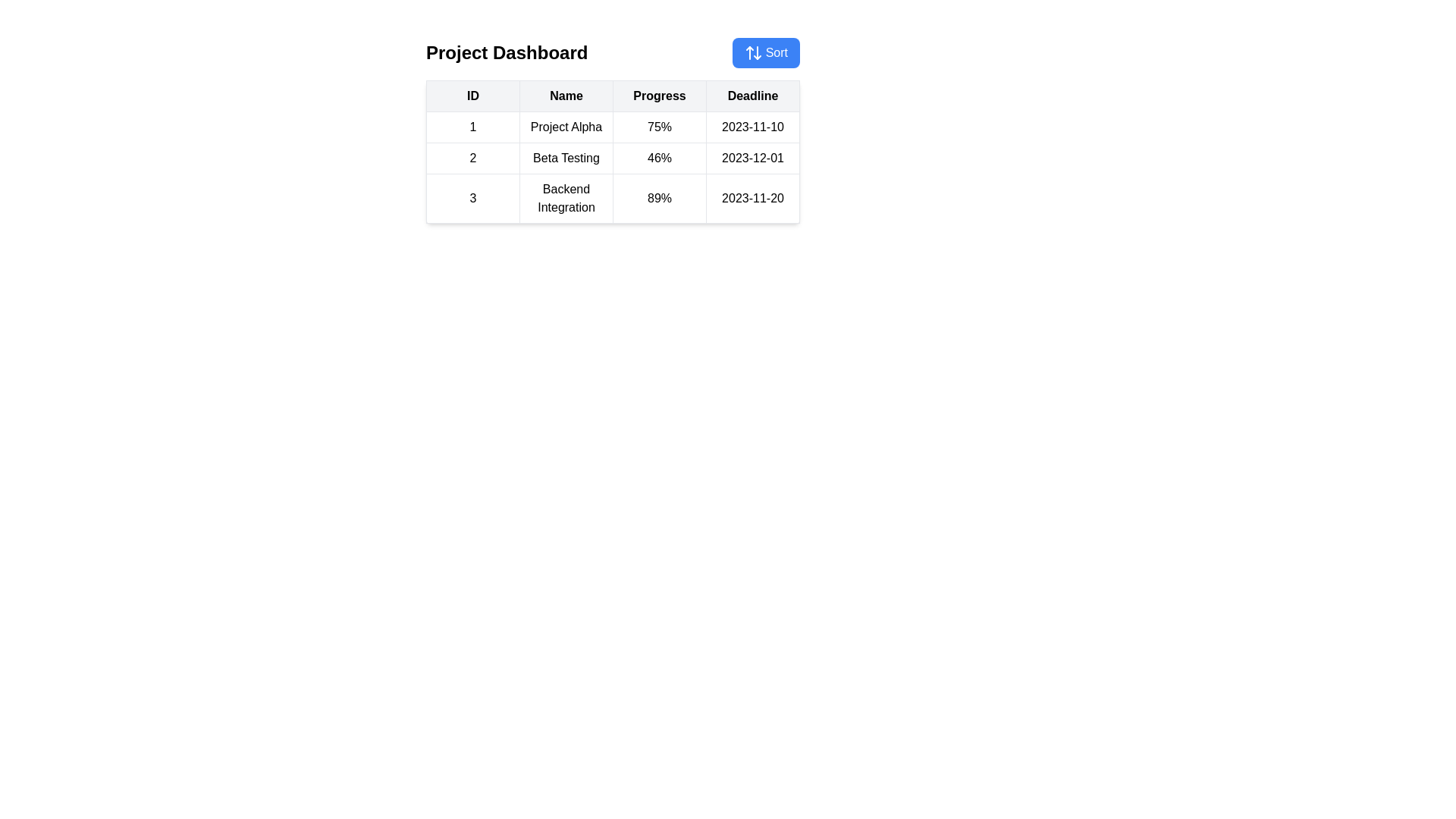 The height and width of the screenshot is (819, 1456). What do you see at coordinates (613, 127) in the screenshot?
I see `data within the first row of the project dashboard table, which displays project details such as ID, name, percentage progress, and deadline` at bounding box center [613, 127].